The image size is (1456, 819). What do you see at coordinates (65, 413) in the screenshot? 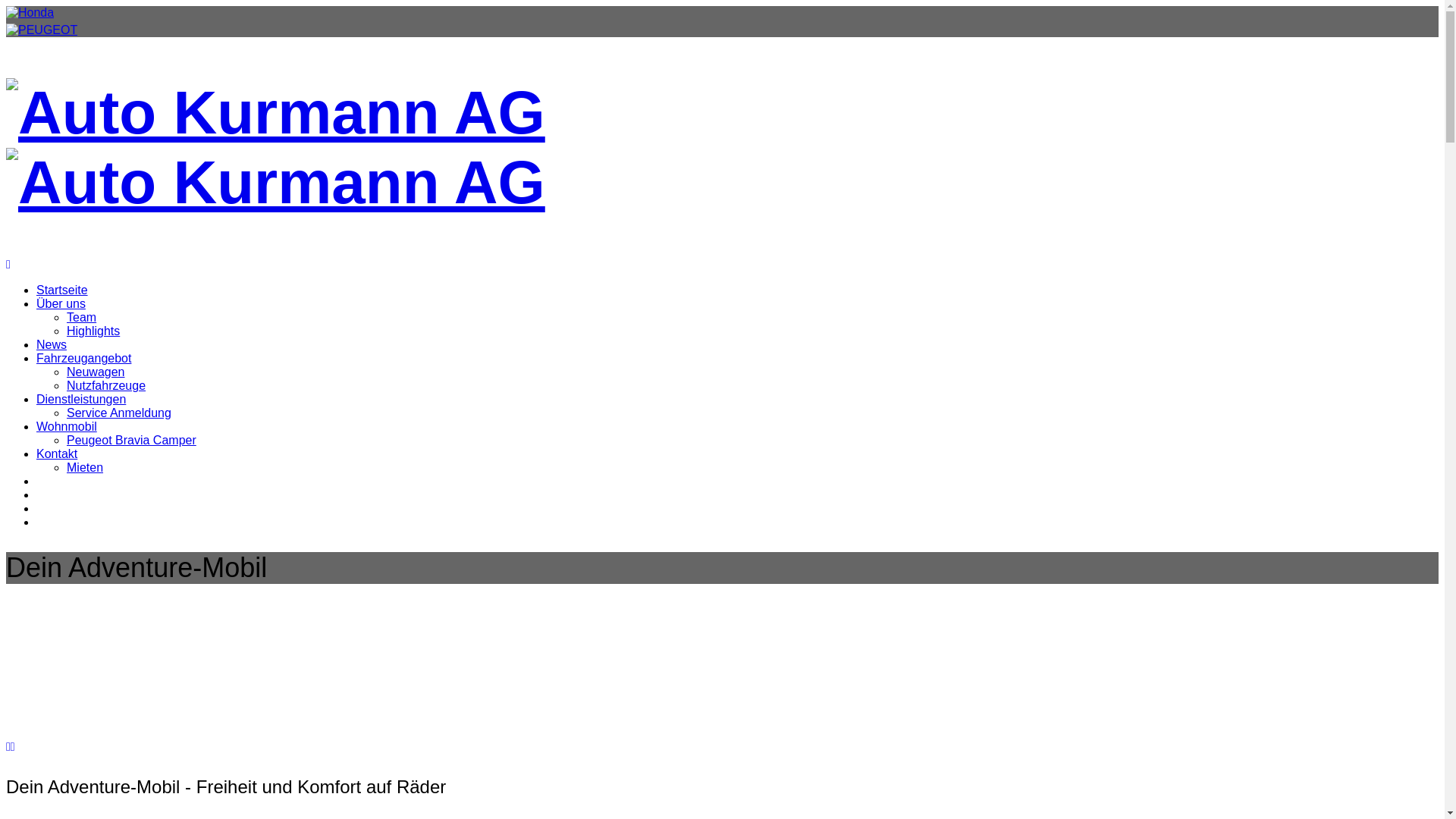
I see `'Service Anmeldung'` at bounding box center [65, 413].